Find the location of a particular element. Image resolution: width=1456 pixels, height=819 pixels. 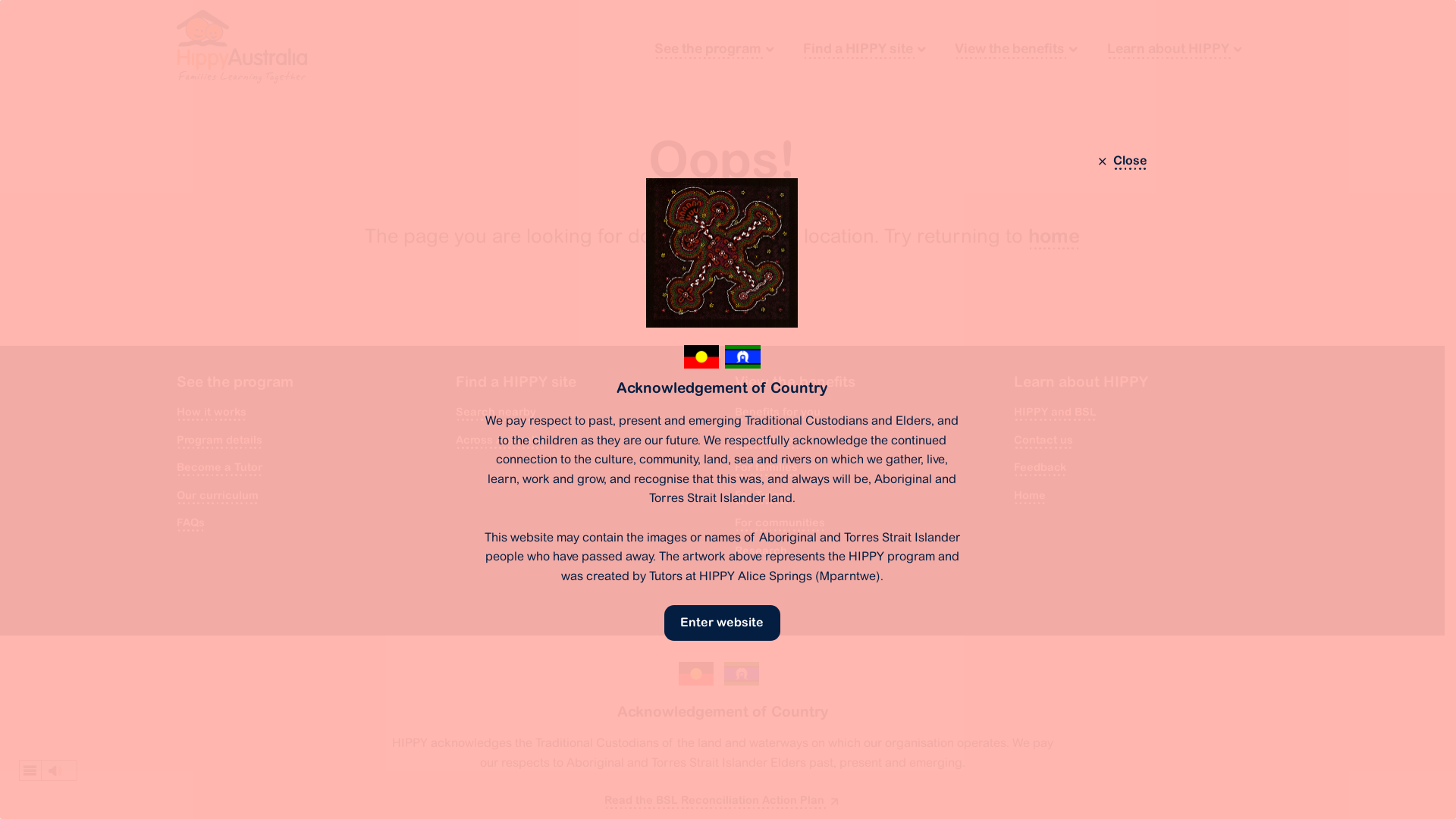

'Our curriculum' is located at coordinates (216, 496).